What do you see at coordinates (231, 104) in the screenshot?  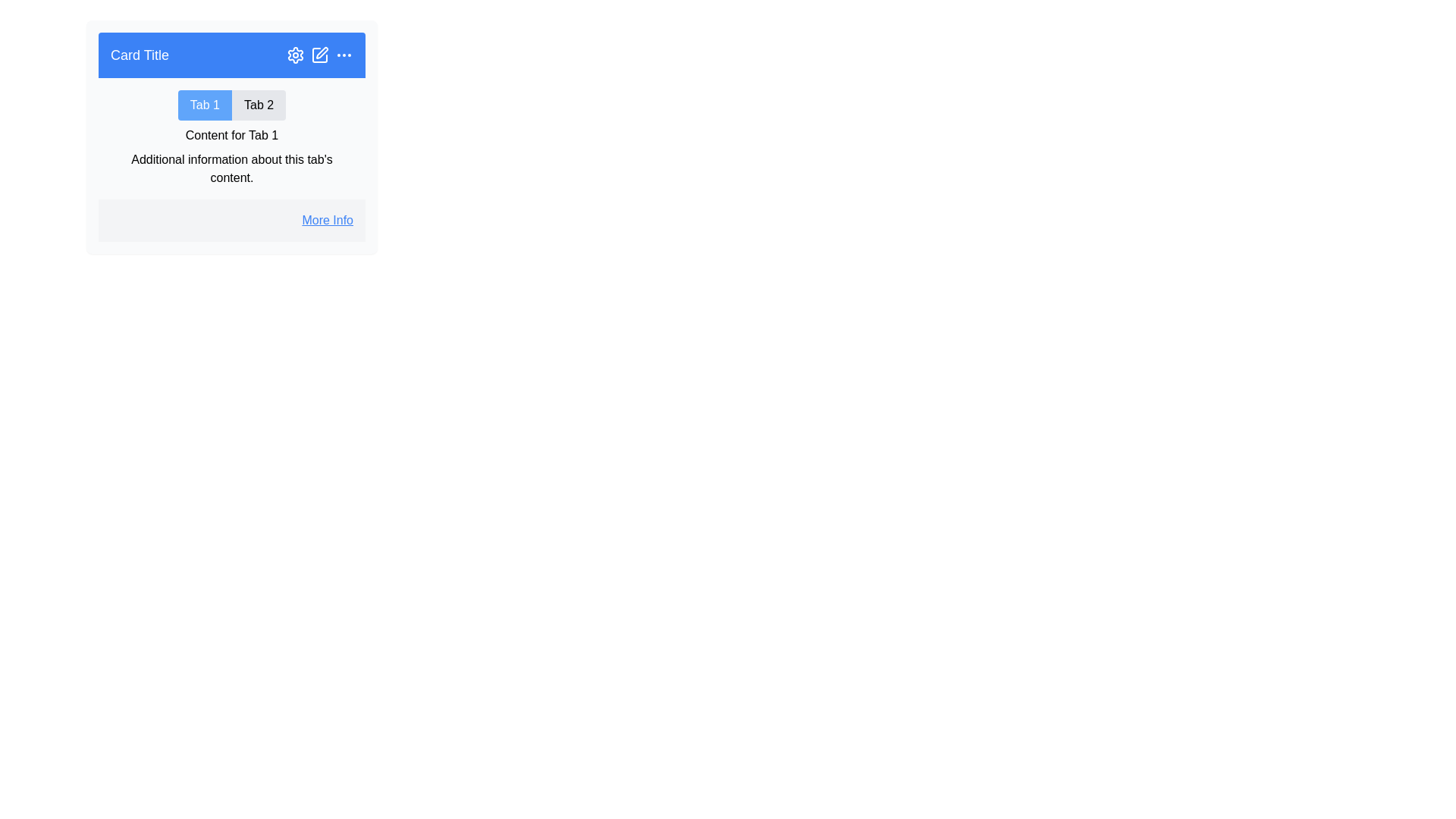 I see `the 'Tab 1' button of the Tab Component, which has a blue background and white text` at bounding box center [231, 104].